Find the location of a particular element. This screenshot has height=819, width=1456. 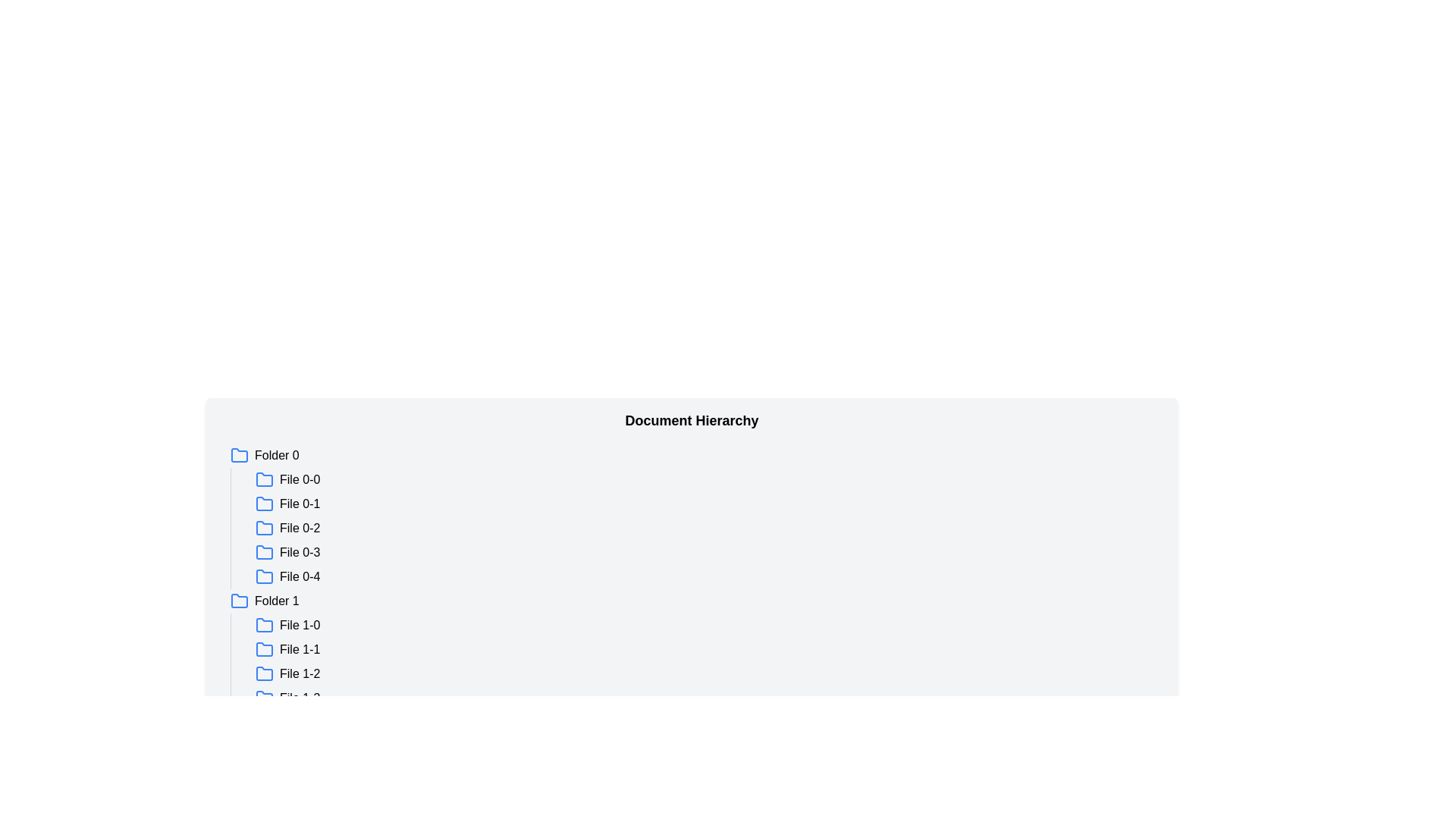

the Folder icon located to the left of the text 'File 1-0' under the 'Folder 1' heading in the file hierarchy interface is located at coordinates (265, 626).